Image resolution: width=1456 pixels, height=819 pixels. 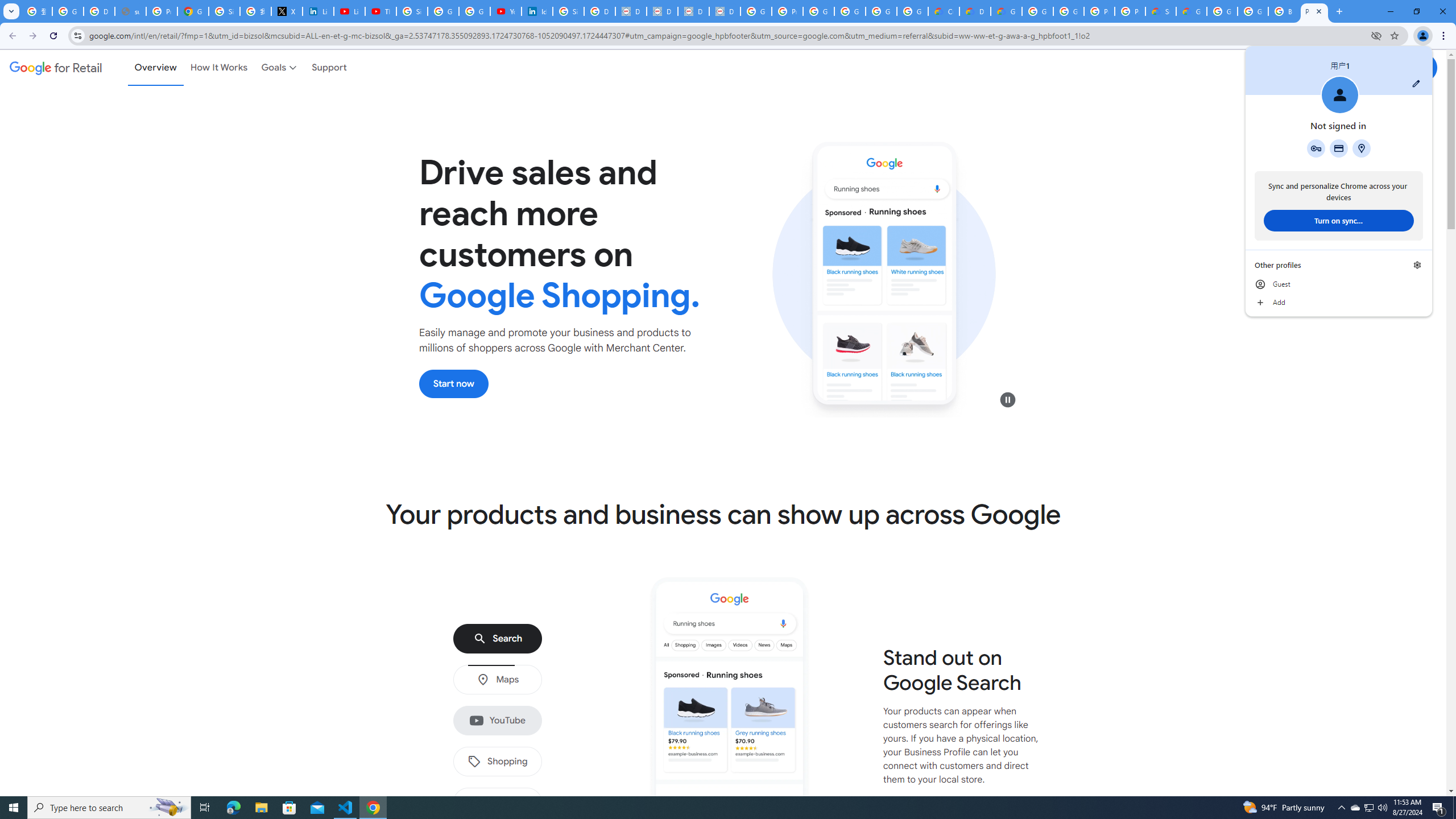 What do you see at coordinates (317, 11) in the screenshot?
I see `'LinkedIn Privacy Policy'` at bounding box center [317, 11].